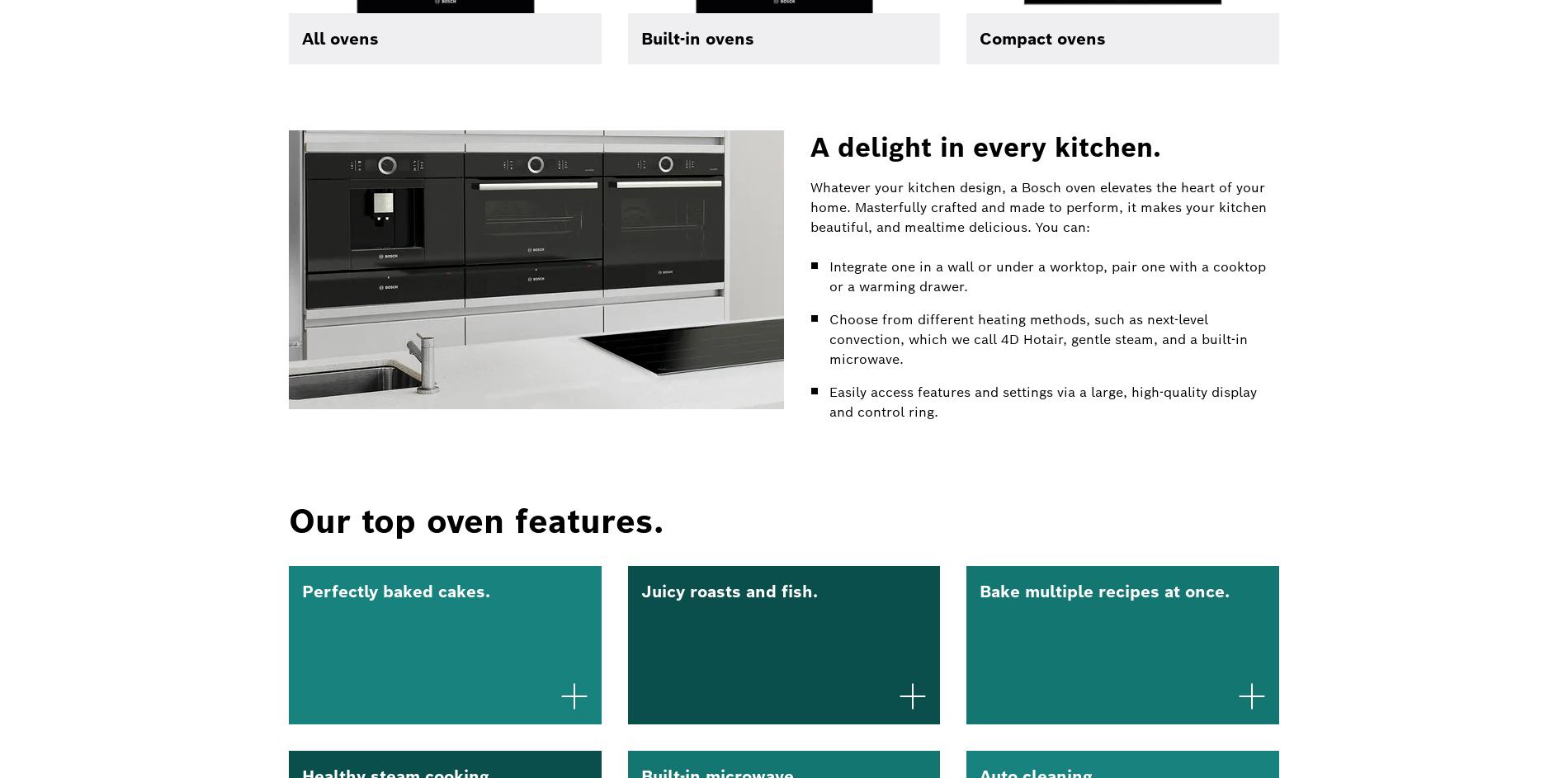  Describe the element at coordinates (797, 257) in the screenshot. I see `'Returns Policy'` at that location.